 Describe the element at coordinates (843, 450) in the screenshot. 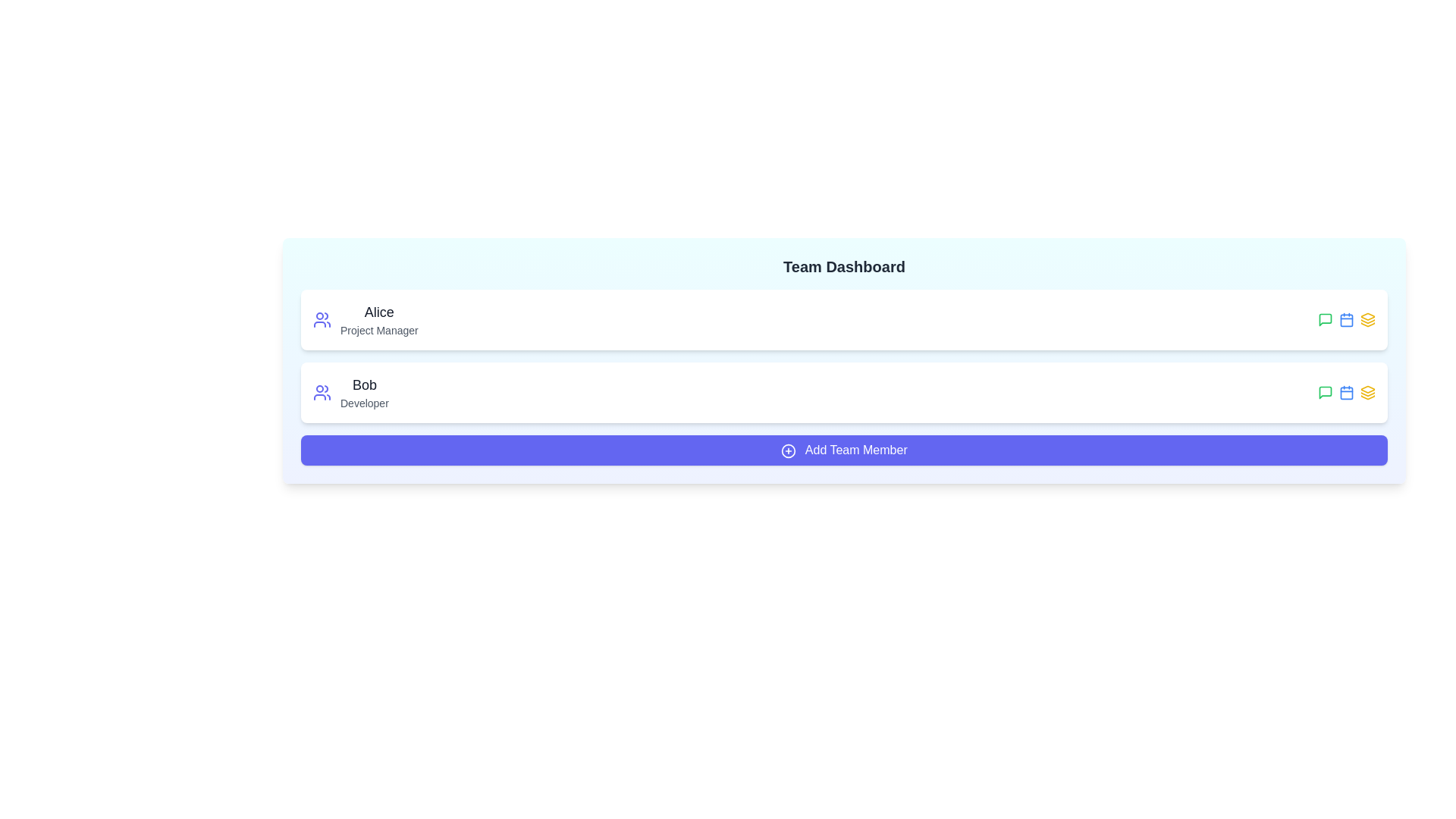

I see `the 'Add Team Member' button, which is a rectangular button with rounded corners, purple background, and white text, located at the bottom of the 'Team Dashboard'` at that location.